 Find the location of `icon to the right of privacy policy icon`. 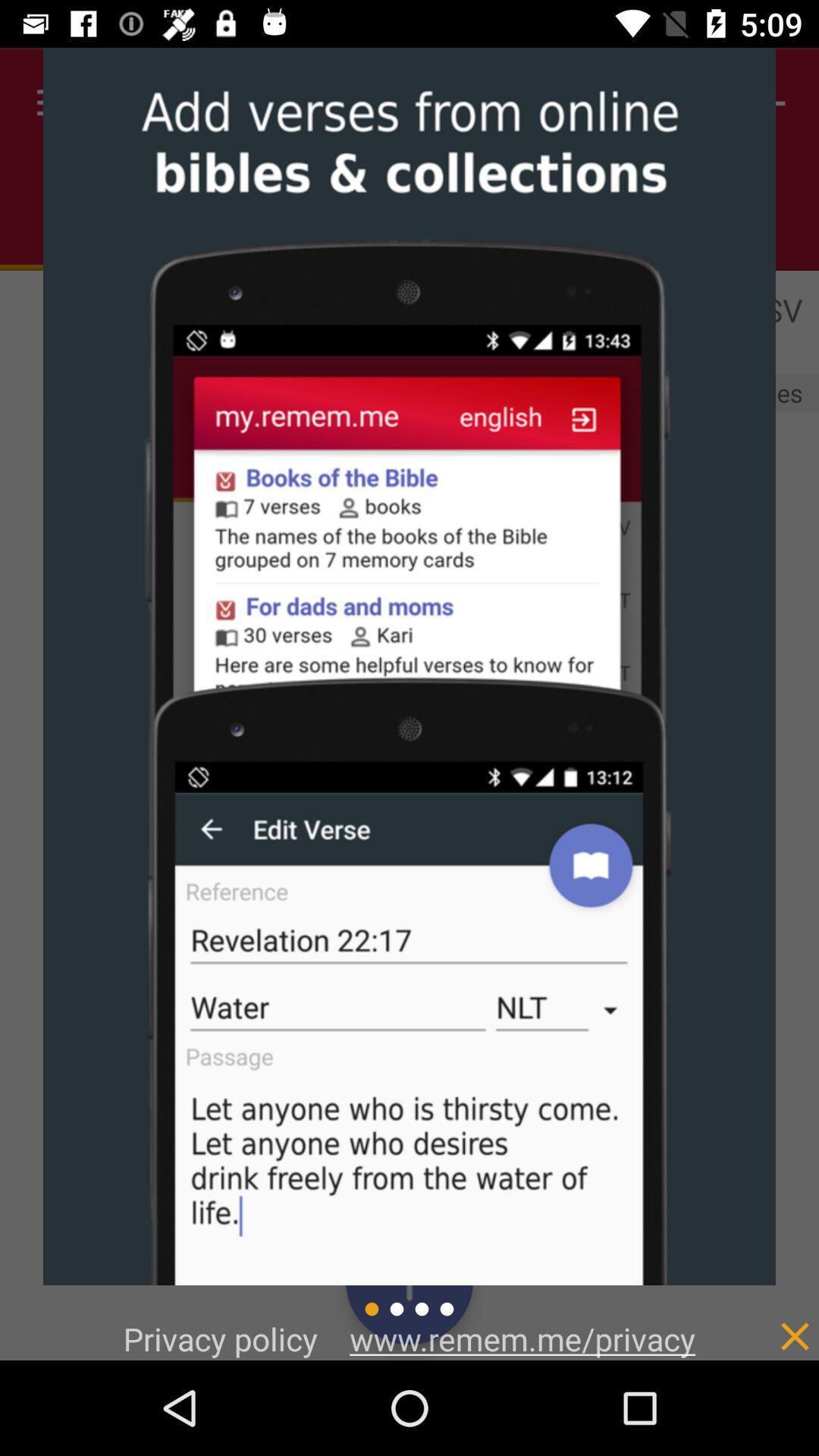

icon to the right of privacy policy icon is located at coordinates (522, 1338).